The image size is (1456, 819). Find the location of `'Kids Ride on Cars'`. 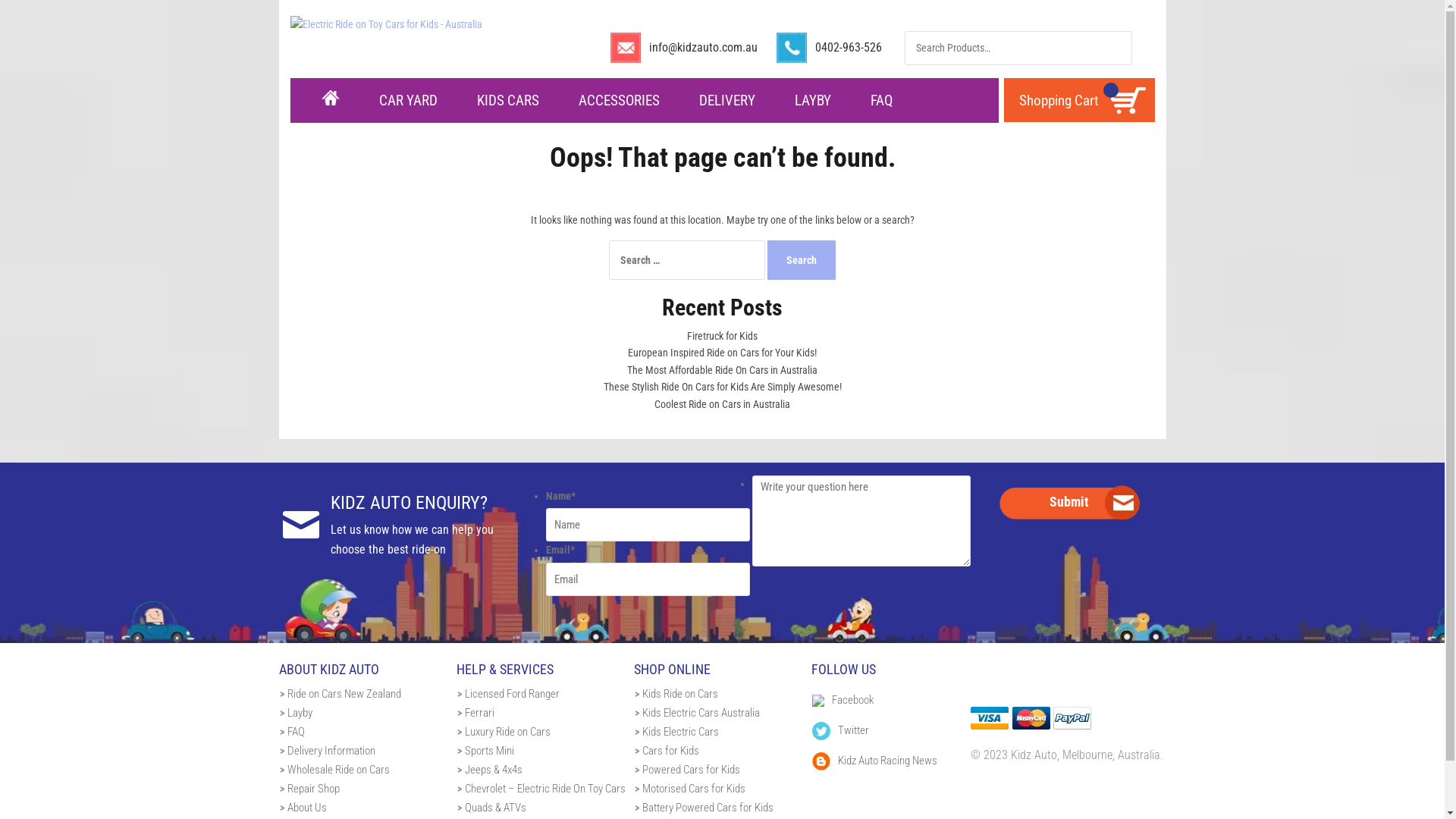

'Kids Ride on Cars' is located at coordinates (679, 693).